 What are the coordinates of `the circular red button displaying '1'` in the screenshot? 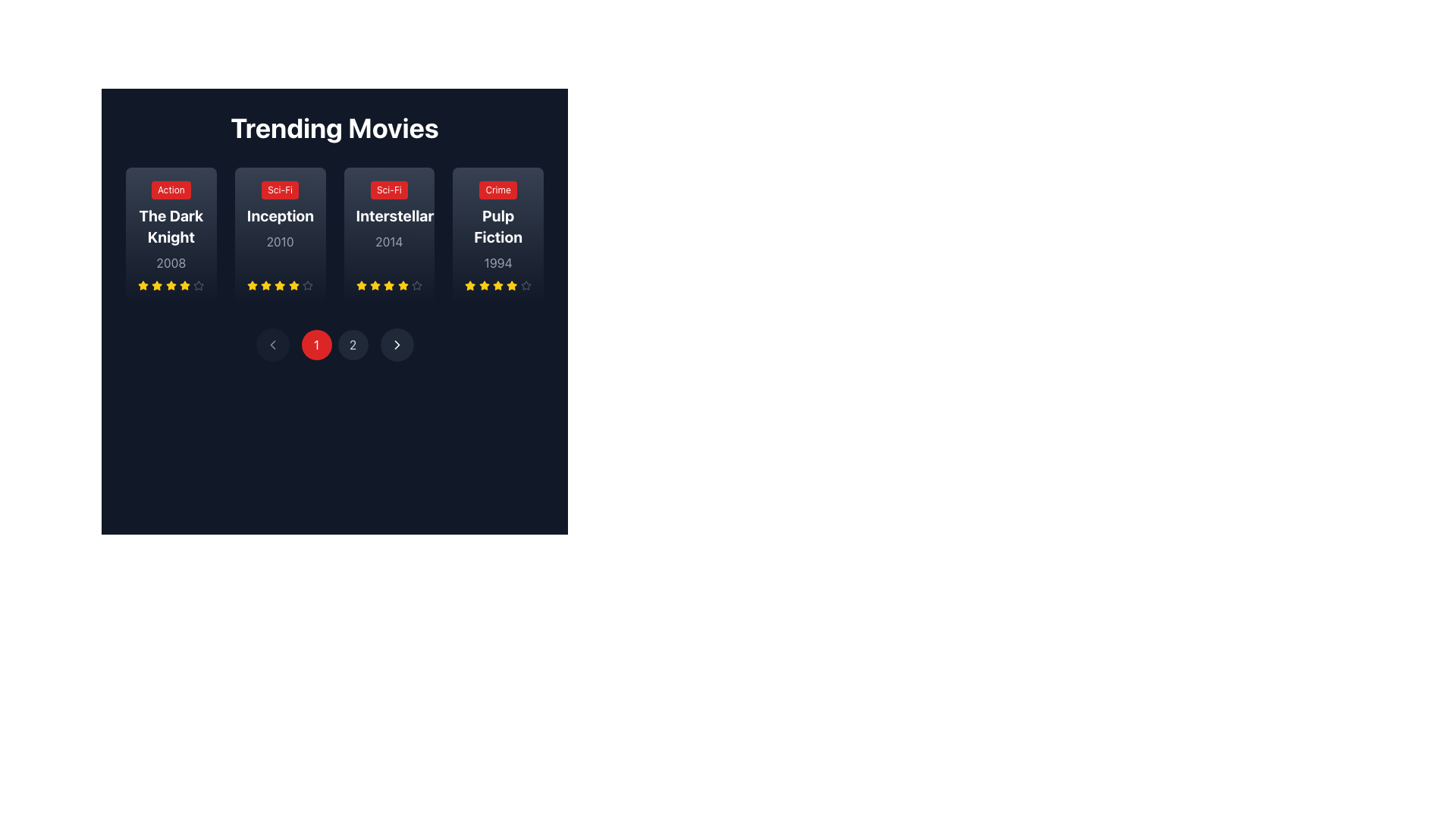 It's located at (334, 344).